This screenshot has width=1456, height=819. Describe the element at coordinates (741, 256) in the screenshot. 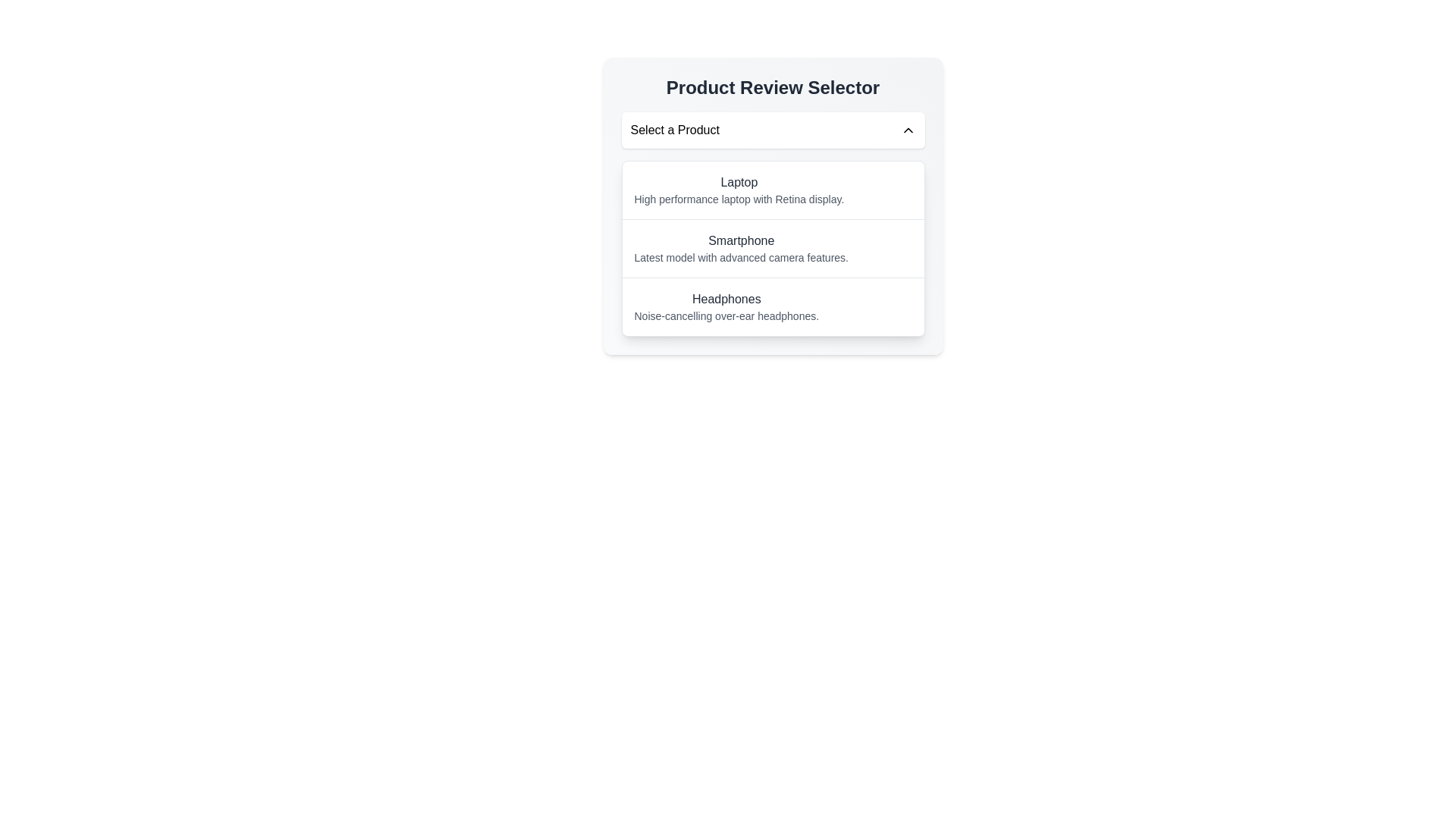

I see `the descriptive text for the 'Smartphone' item located in the dropdown list under the section titled 'Smartphone'` at that location.